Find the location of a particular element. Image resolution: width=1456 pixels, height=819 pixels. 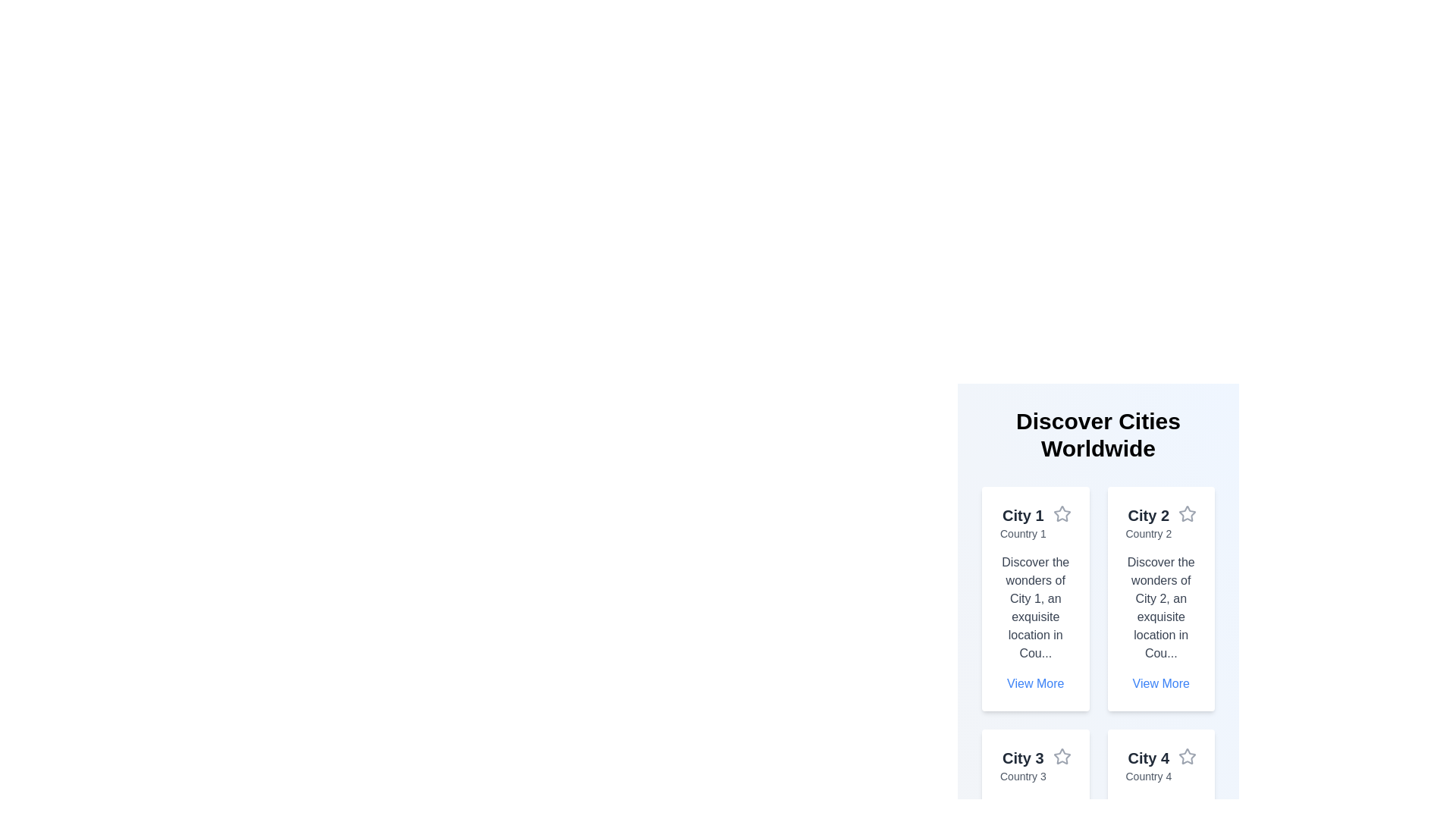

the star-shaped rating icon located at the top-right corner of the 'City 3' card is located at coordinates (1061, 756).